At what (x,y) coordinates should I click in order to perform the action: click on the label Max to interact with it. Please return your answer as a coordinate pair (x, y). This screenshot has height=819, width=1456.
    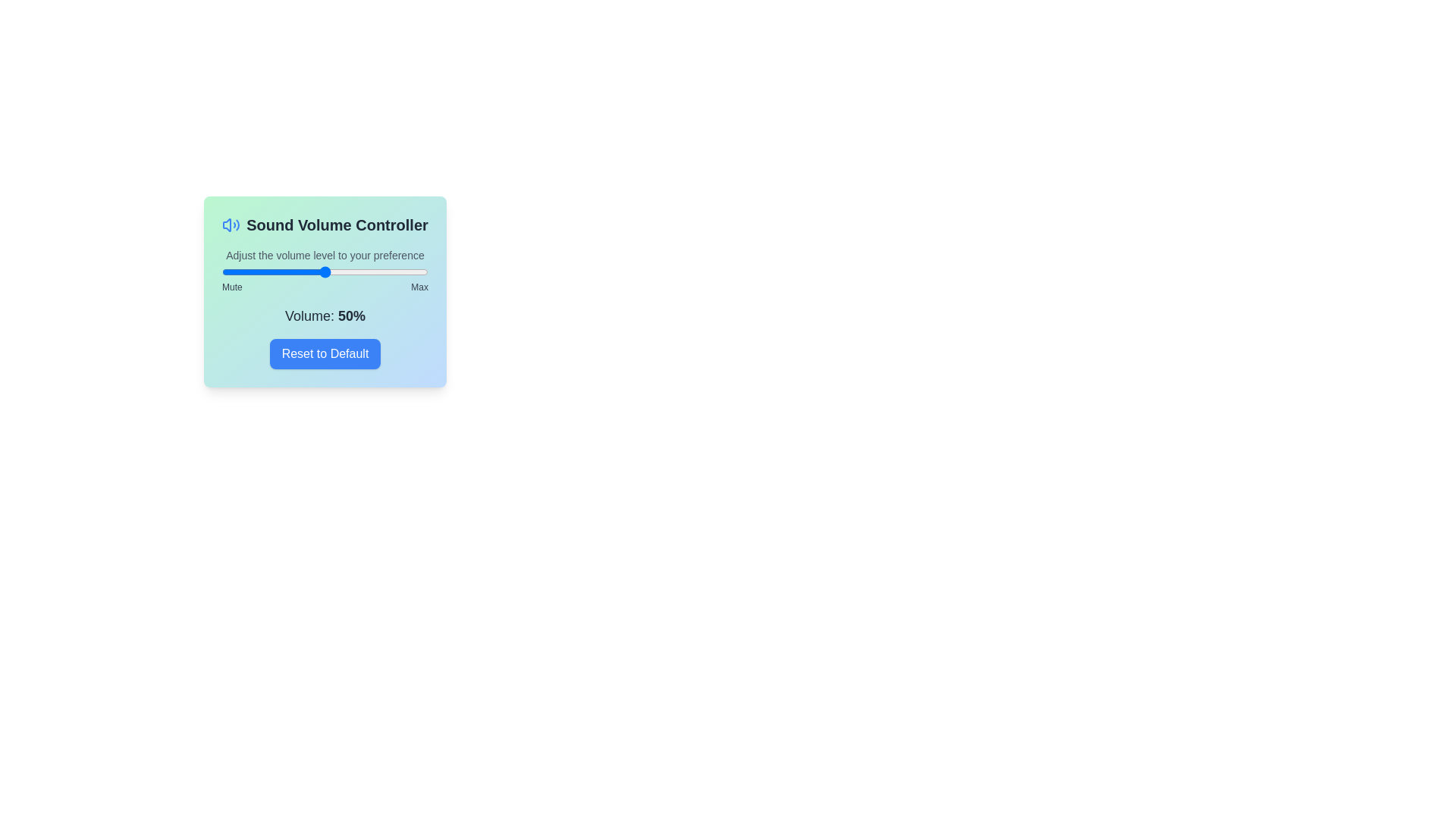
    Looking at the image, I should click on (419, 287).